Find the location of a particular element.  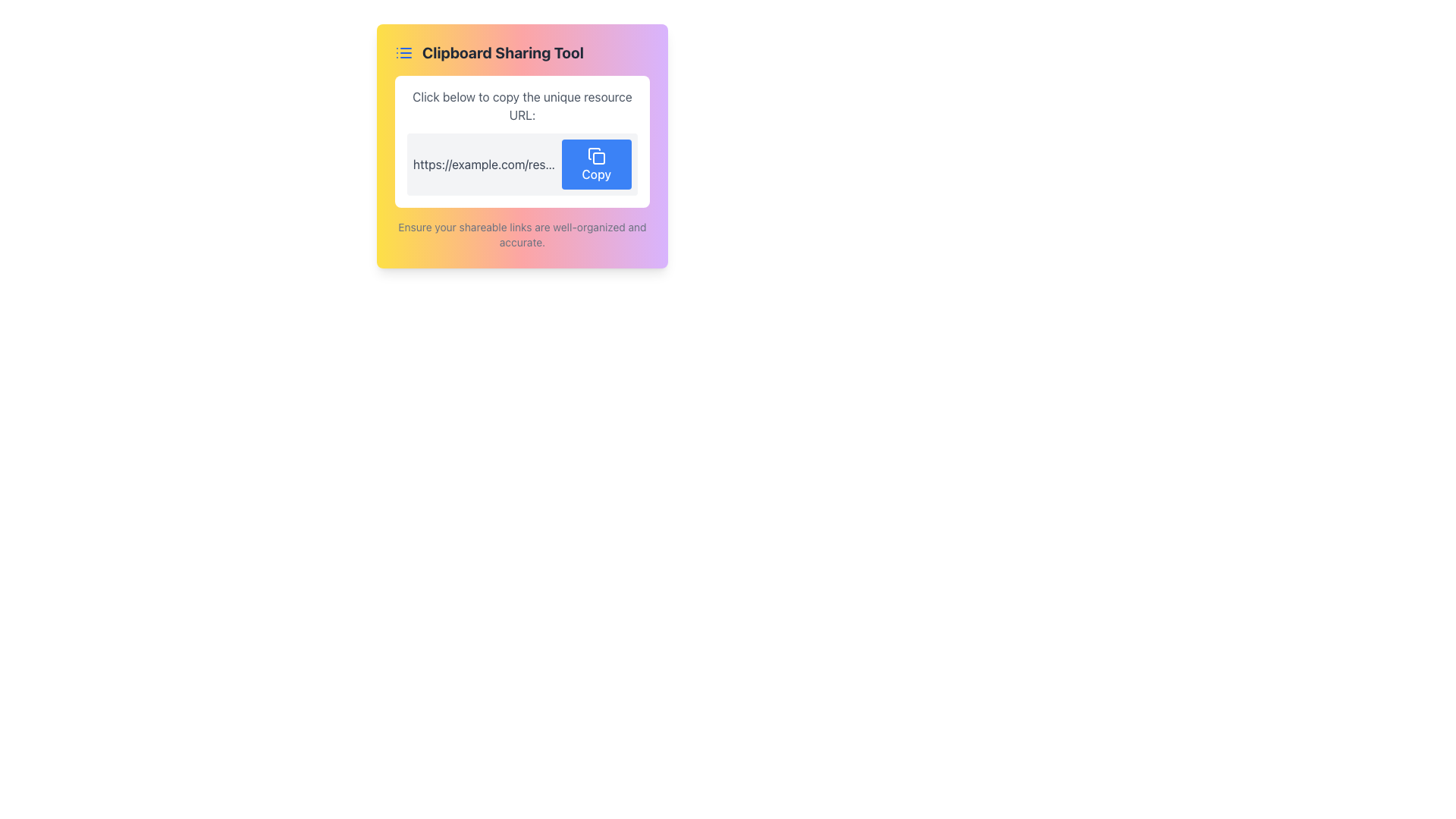

the blue list-like icon with three horizontal lines and dots, located within the header block titled 'Clipboard Sharing Tool' at the top-left of the card is located at coordinates (403, 52).